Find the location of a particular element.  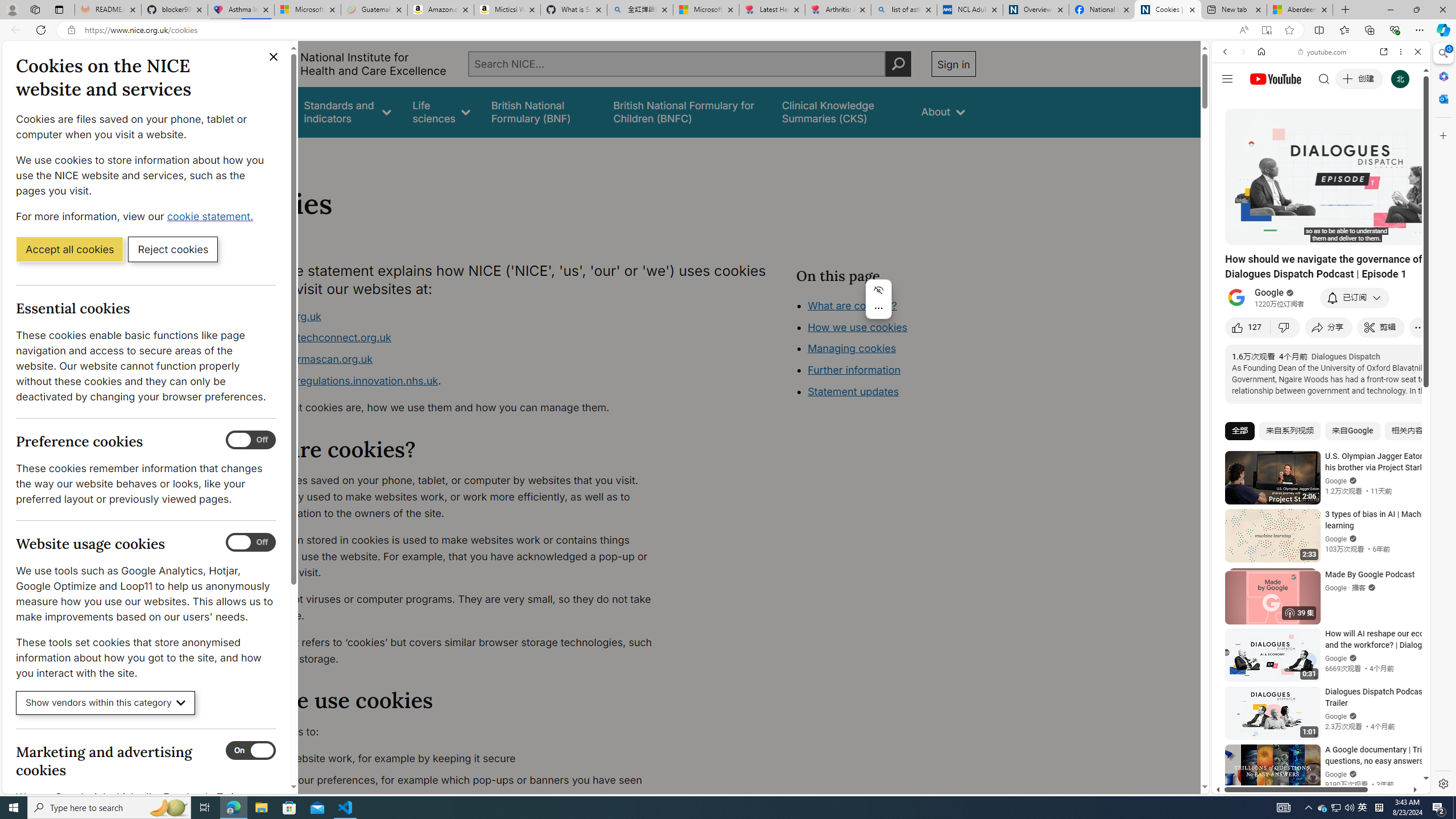

'Mini menu on text selection' is located at coordinates (878, 299).